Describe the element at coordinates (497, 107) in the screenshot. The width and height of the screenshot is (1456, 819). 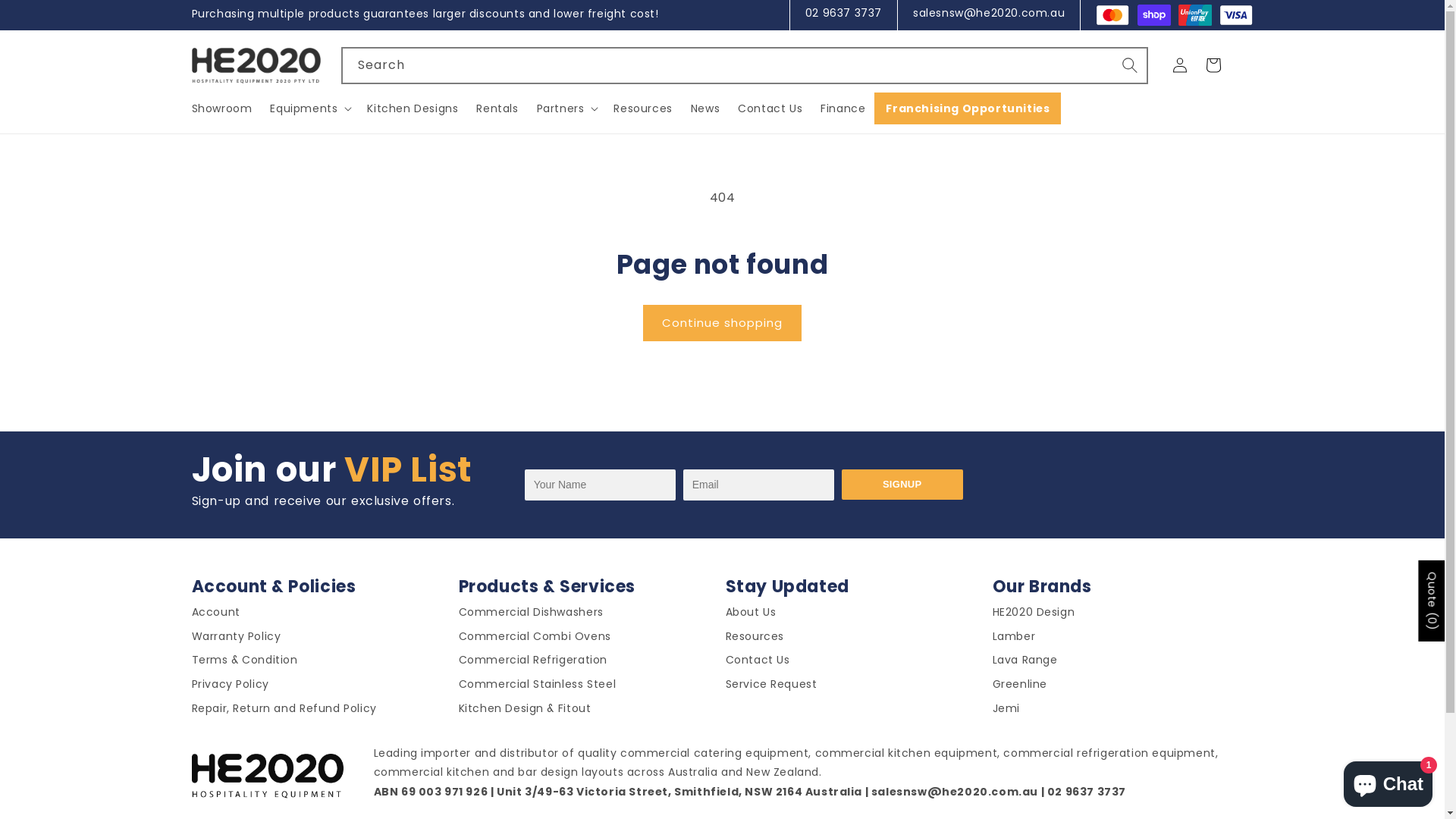
I see `'Rentals'` at that location.